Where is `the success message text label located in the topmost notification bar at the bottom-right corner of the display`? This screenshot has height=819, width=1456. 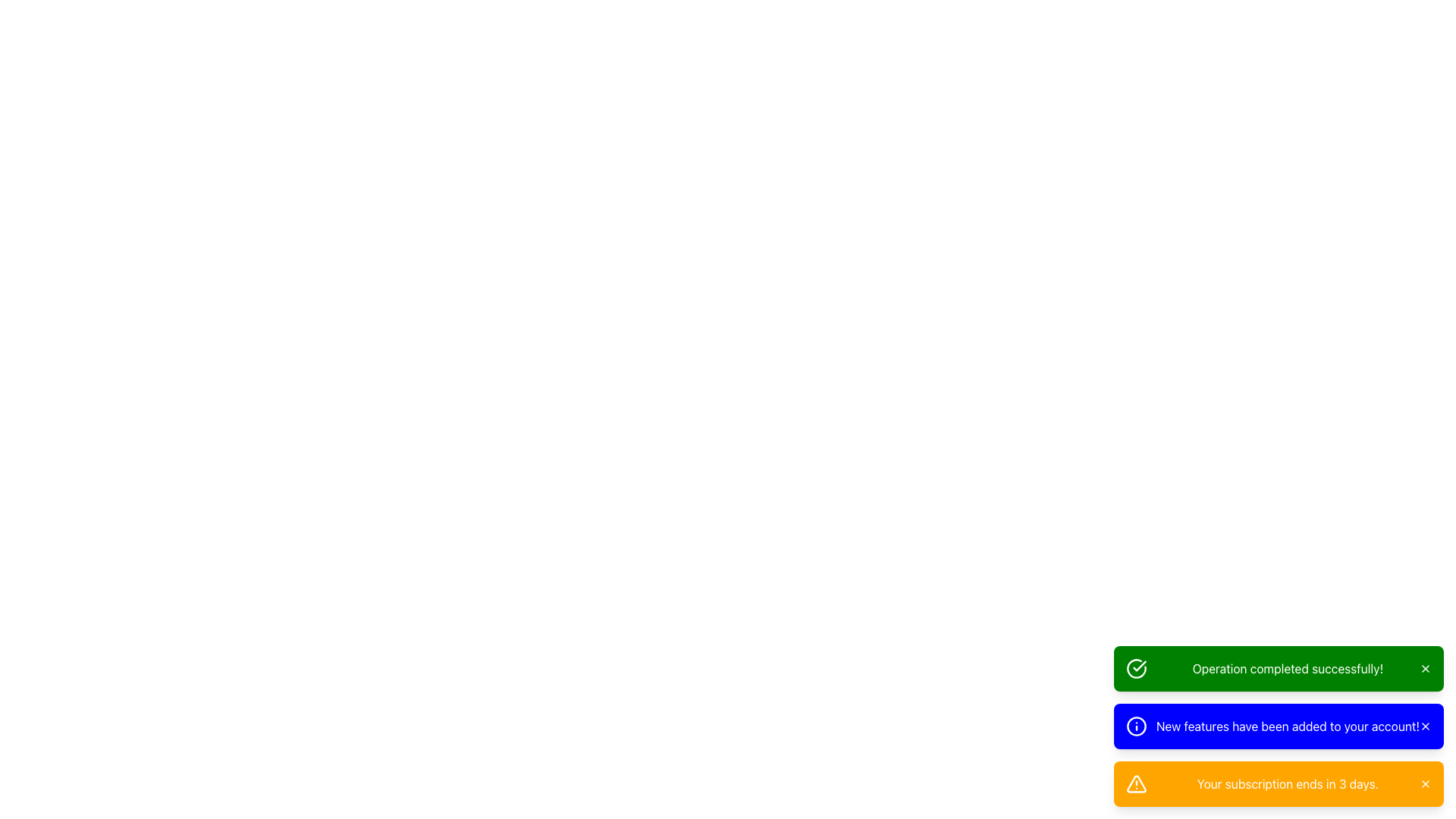
the success message text label located in the topmost notification bar at the bottom-right corner of the display is located at coordinates (1287, 668).